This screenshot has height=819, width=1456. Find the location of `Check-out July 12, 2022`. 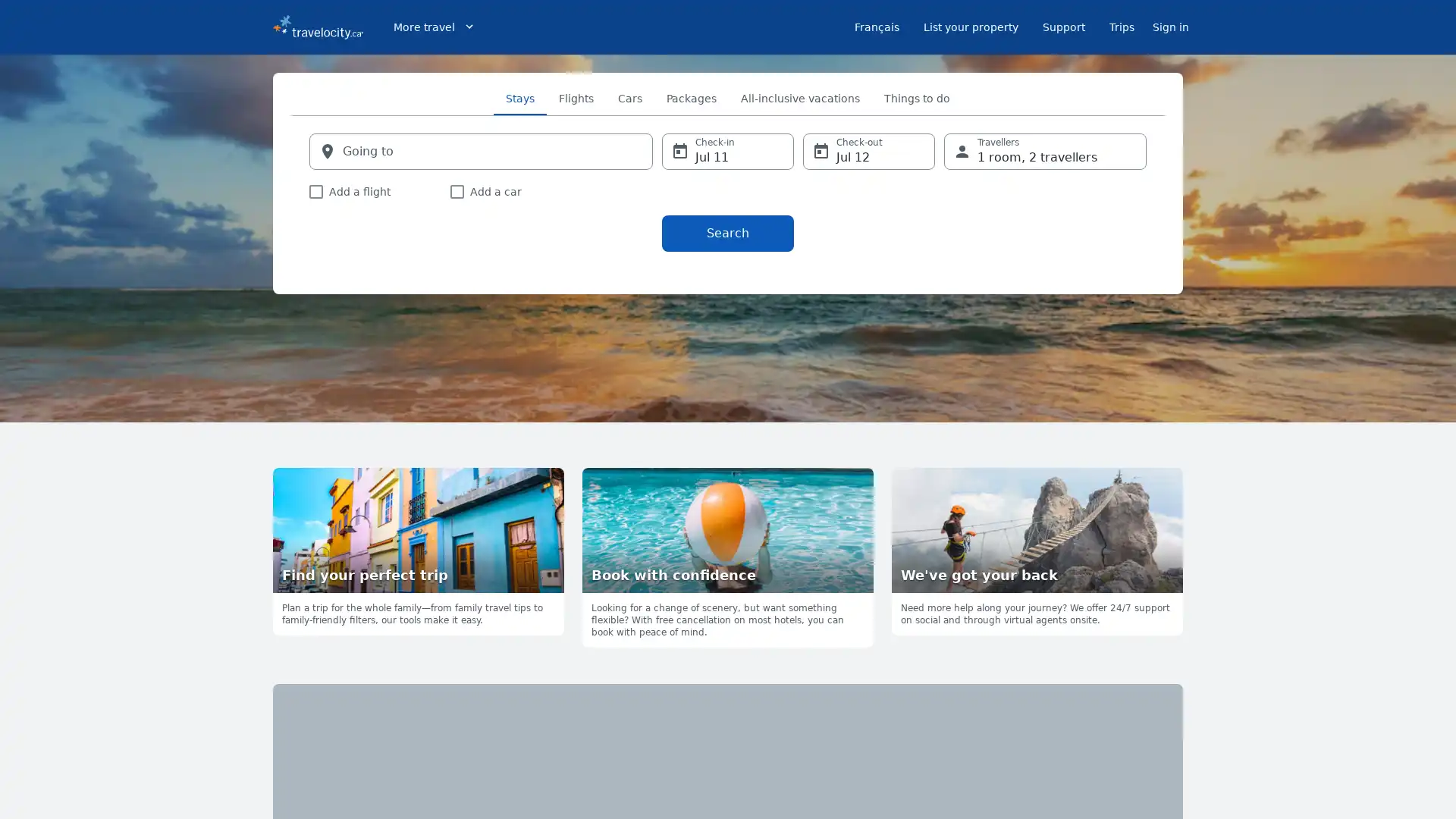

Check-out July 12, 2022 is located at coordinates (869, 152).